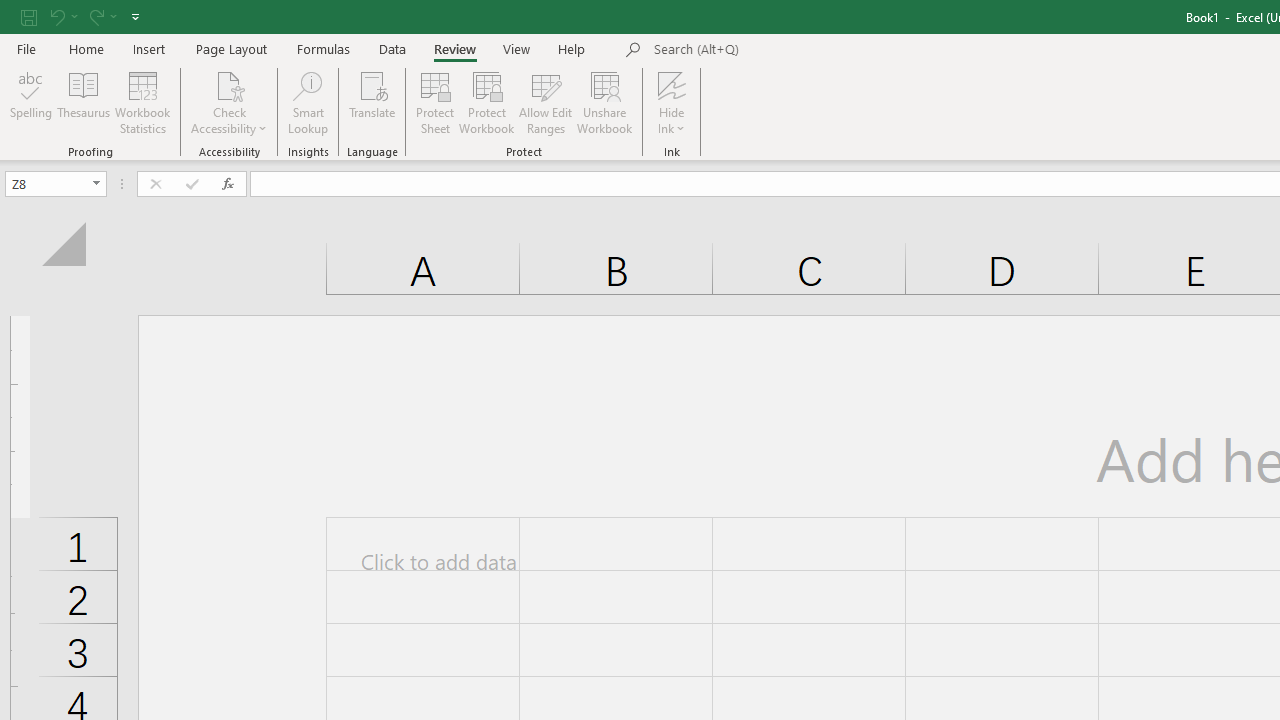 Image resolution: width=1280 pixels, height=720 pixels. I want to click on 'Redo', so click(101, 16).